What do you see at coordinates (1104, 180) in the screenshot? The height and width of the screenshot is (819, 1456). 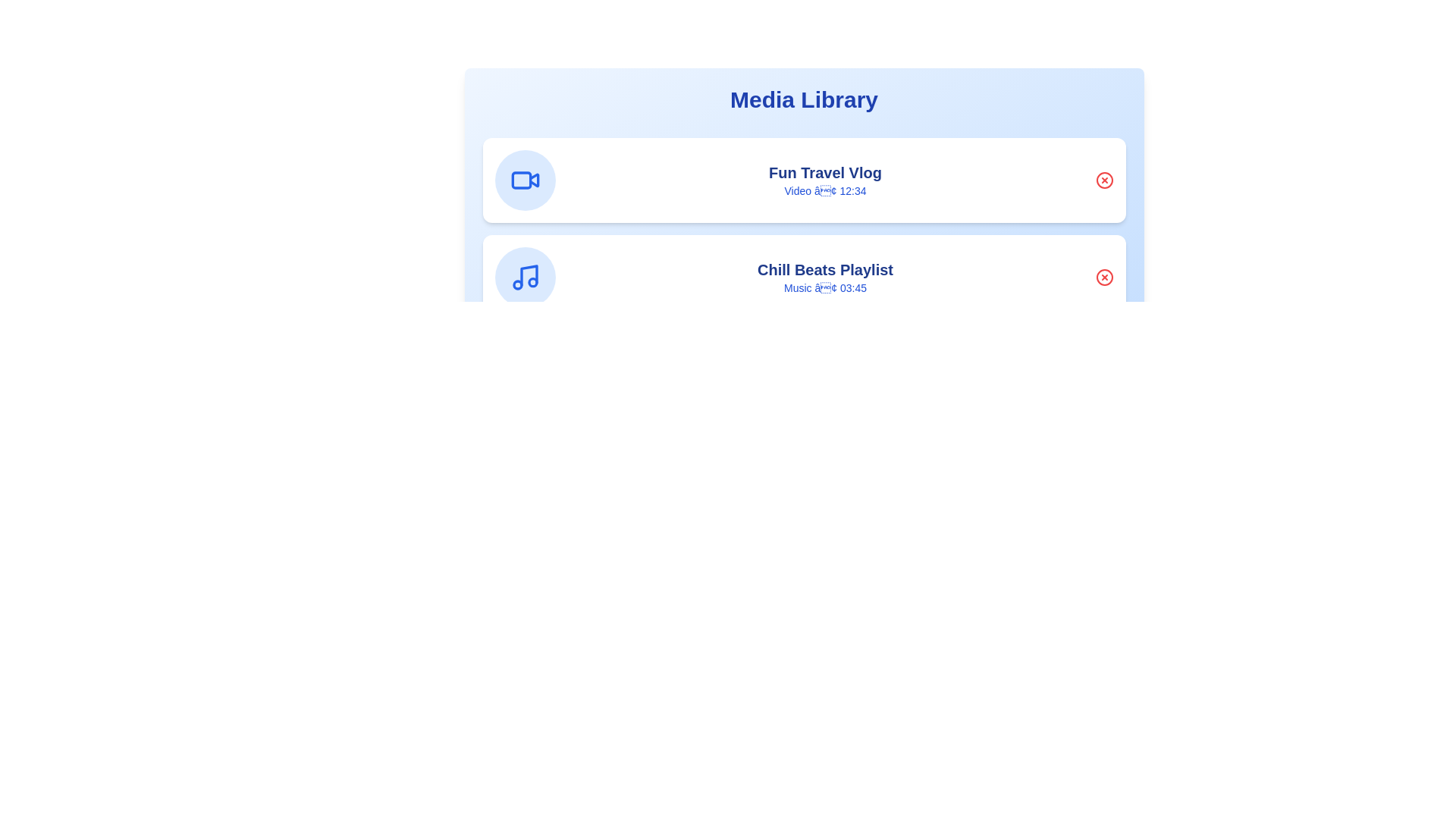 I see `the delete button for the media item titled 'Fun Travel Vlog'` at bounding box center [1104, 180].